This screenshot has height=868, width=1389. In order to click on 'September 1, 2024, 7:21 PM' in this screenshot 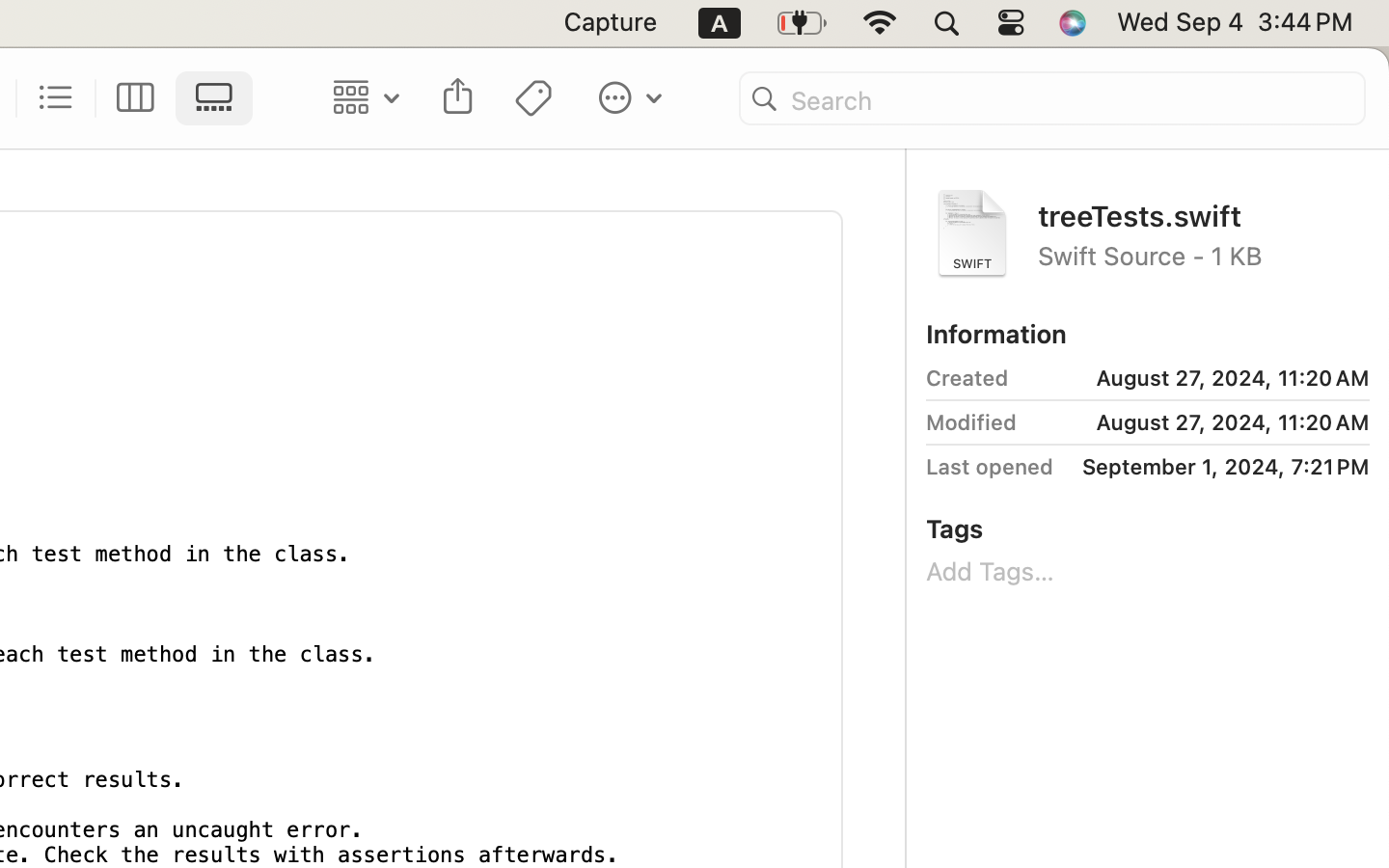, I will do `click(1218, 466)`.